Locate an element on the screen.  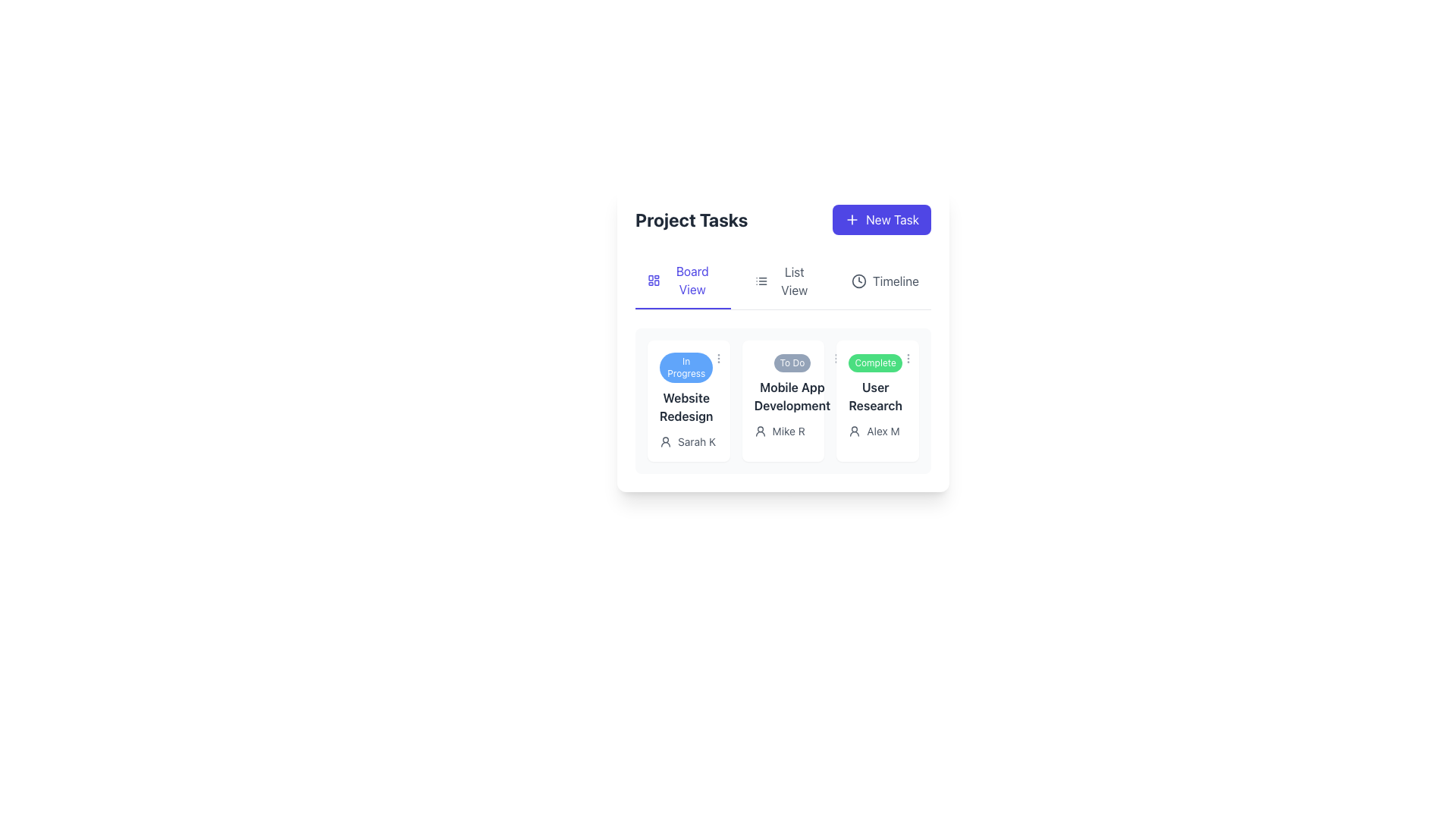
the 'To Do' Information Card located is located at coordinates (783, 338).